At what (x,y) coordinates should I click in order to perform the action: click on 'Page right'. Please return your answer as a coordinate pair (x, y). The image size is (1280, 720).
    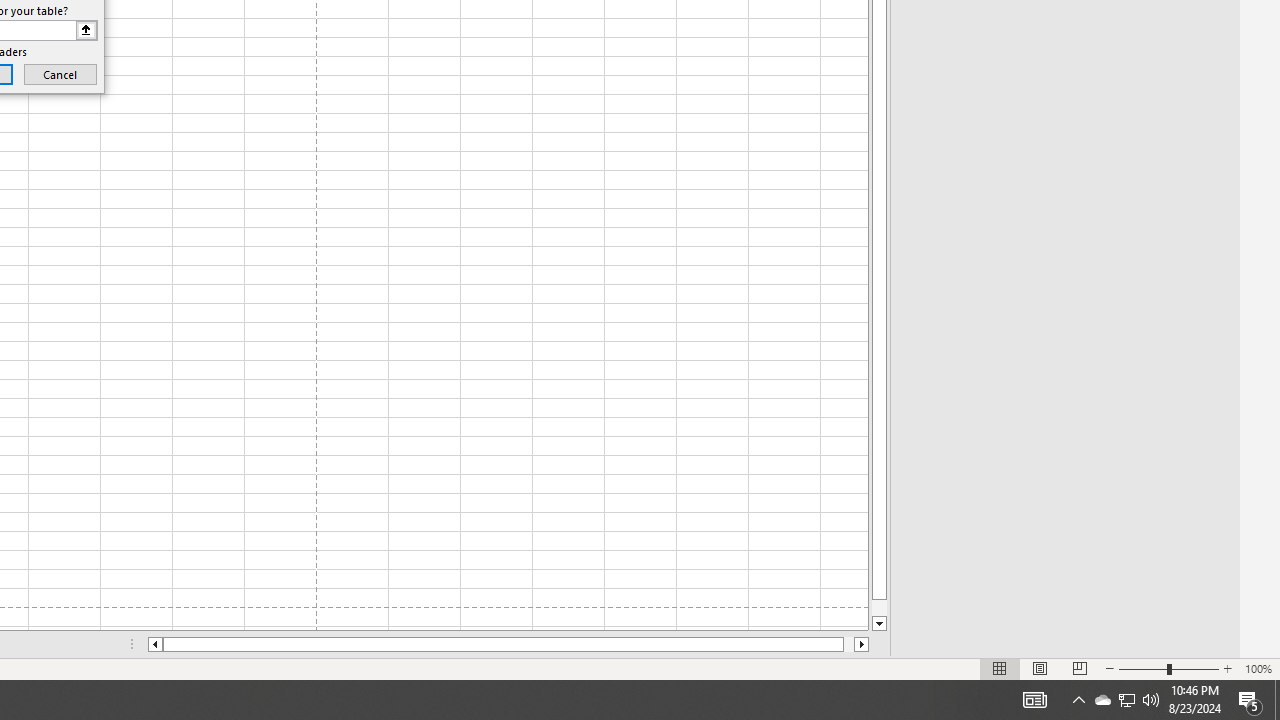
    Looking at the image, I should click on (848, 644).